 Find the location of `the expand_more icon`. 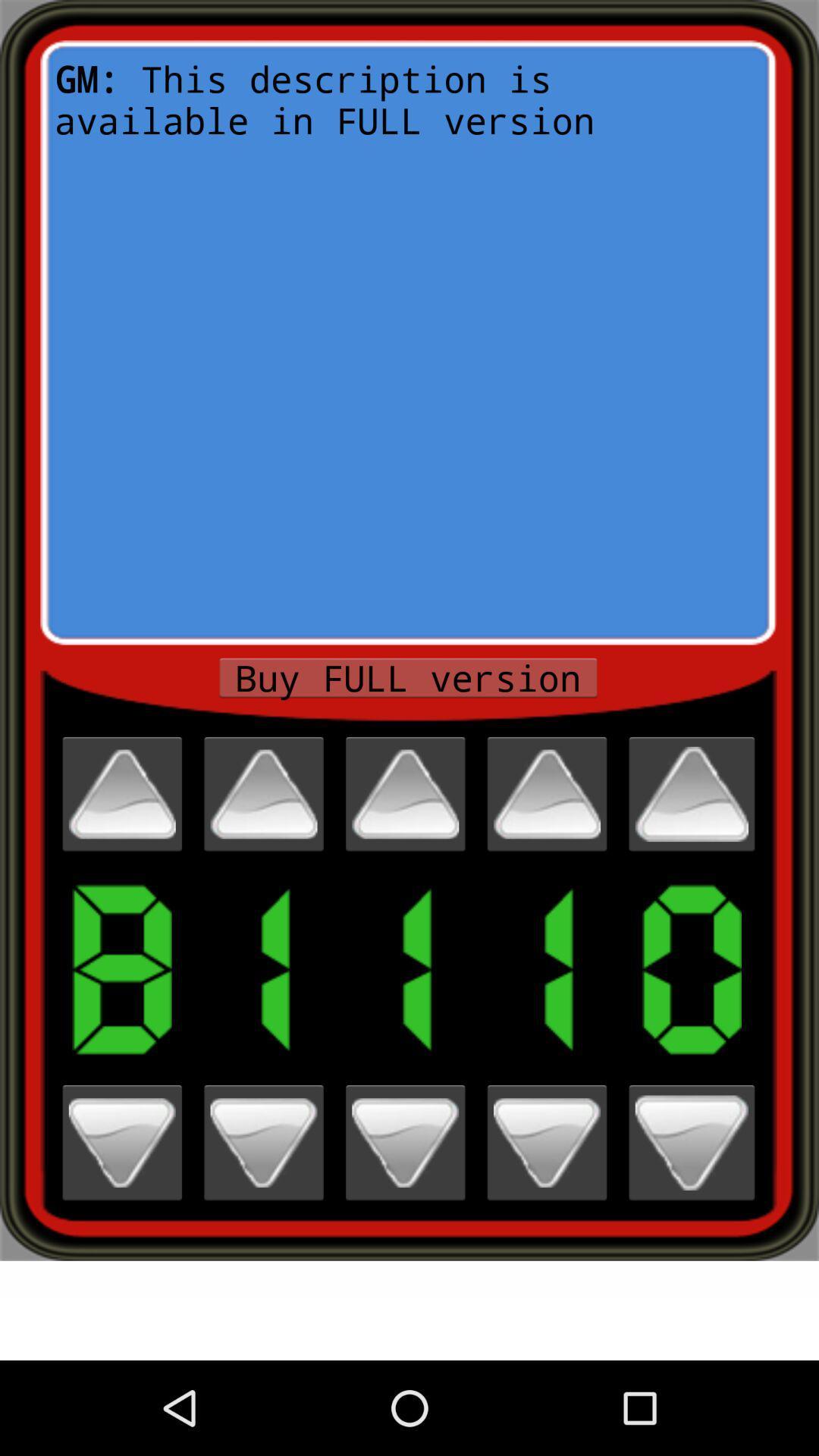

the expand_more icon is located at coordinates (692, 1222).